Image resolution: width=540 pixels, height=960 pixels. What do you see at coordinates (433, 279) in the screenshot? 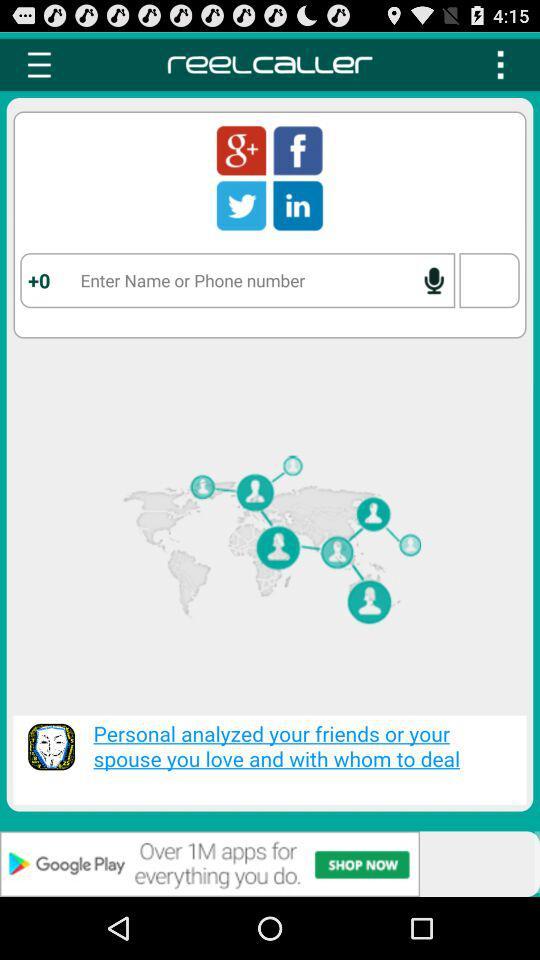
I see `voice search` at bounding box center [433, 279].